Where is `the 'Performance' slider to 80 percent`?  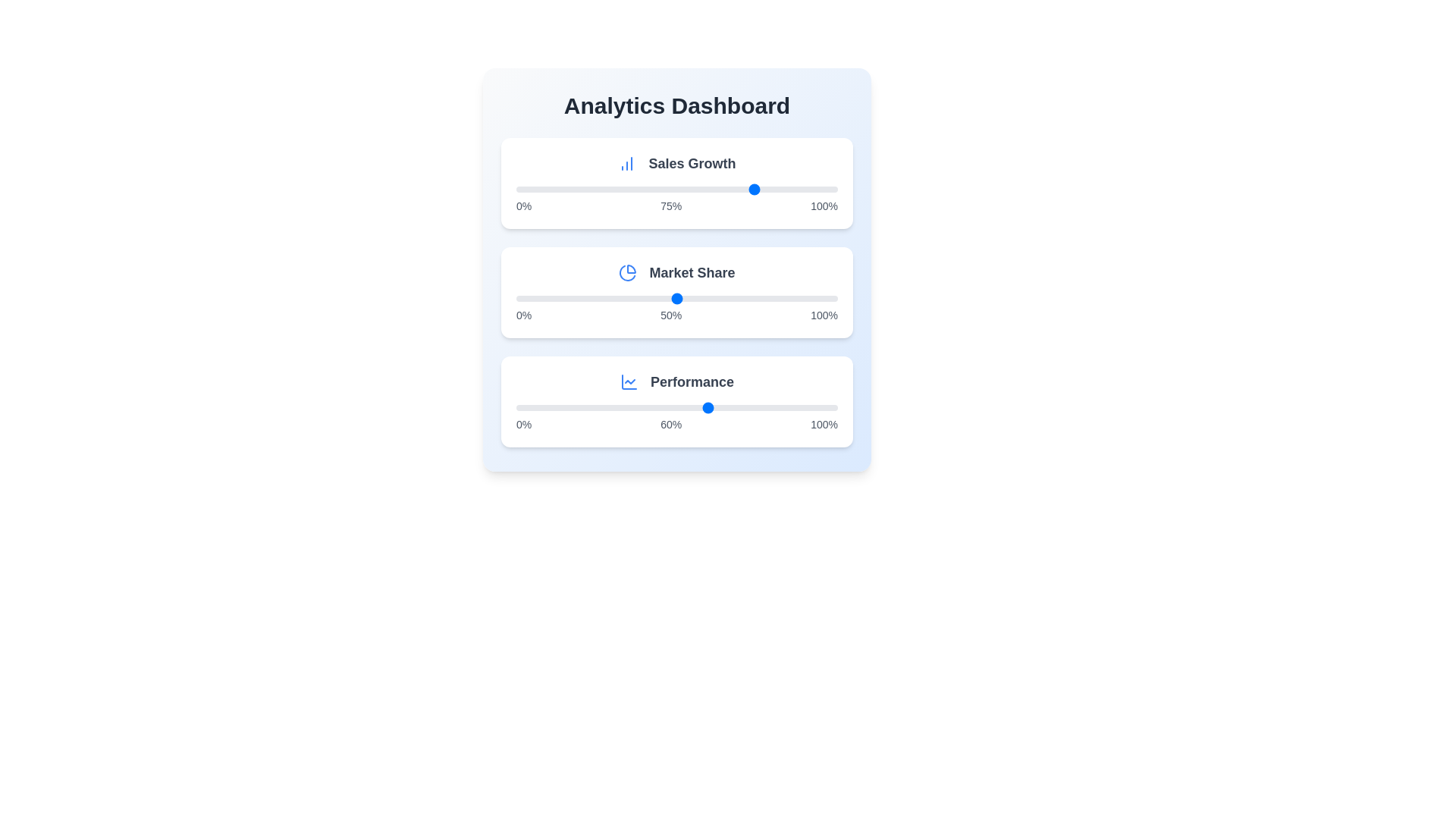
the 'Performance' slider to 80 percent is located at coordinates (773, 406).